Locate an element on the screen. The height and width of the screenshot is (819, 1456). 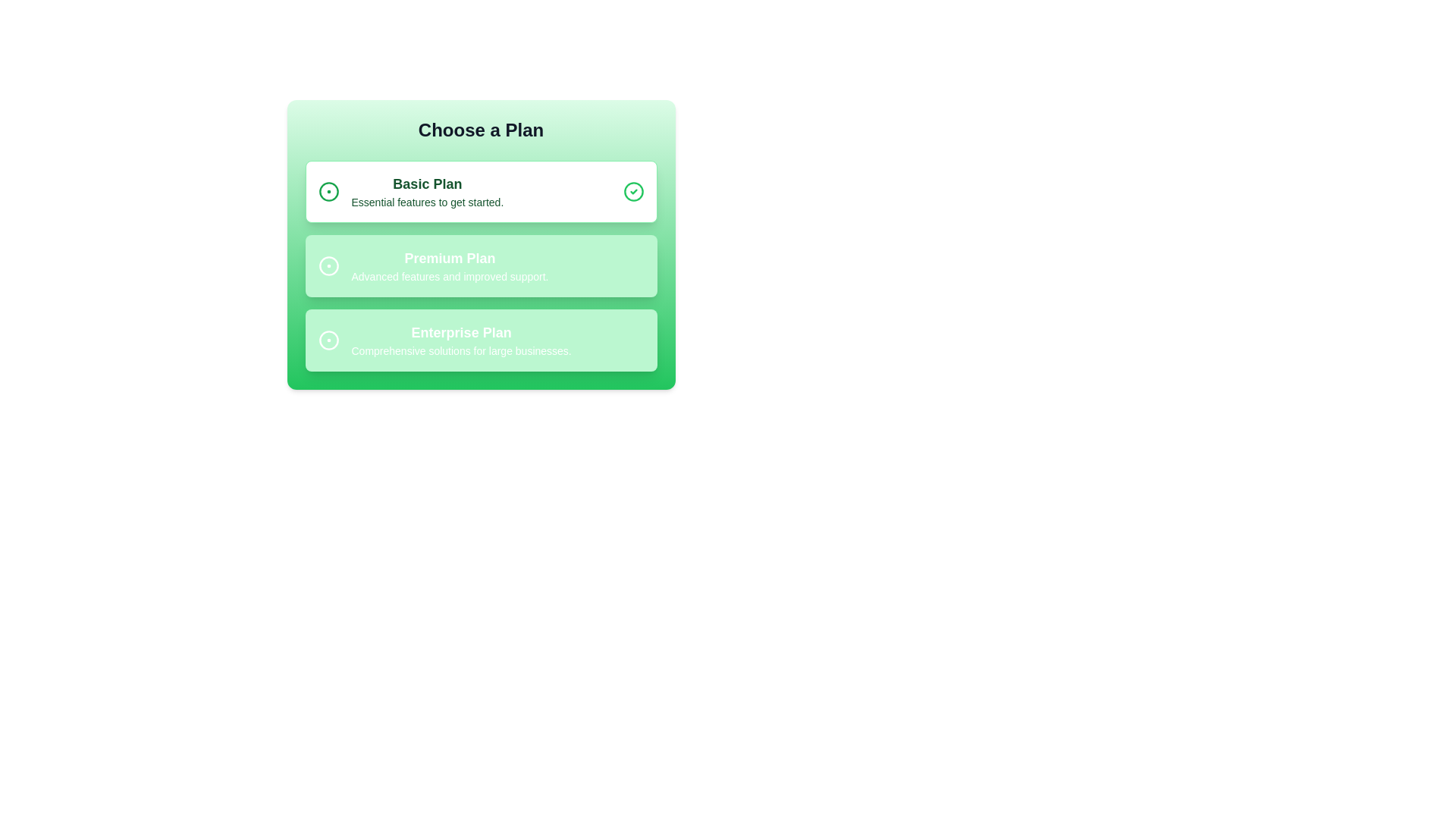
the Text Label that introduces users to the plan selection section, which is located above the selectable plan options is located at coordinates (480, 130).